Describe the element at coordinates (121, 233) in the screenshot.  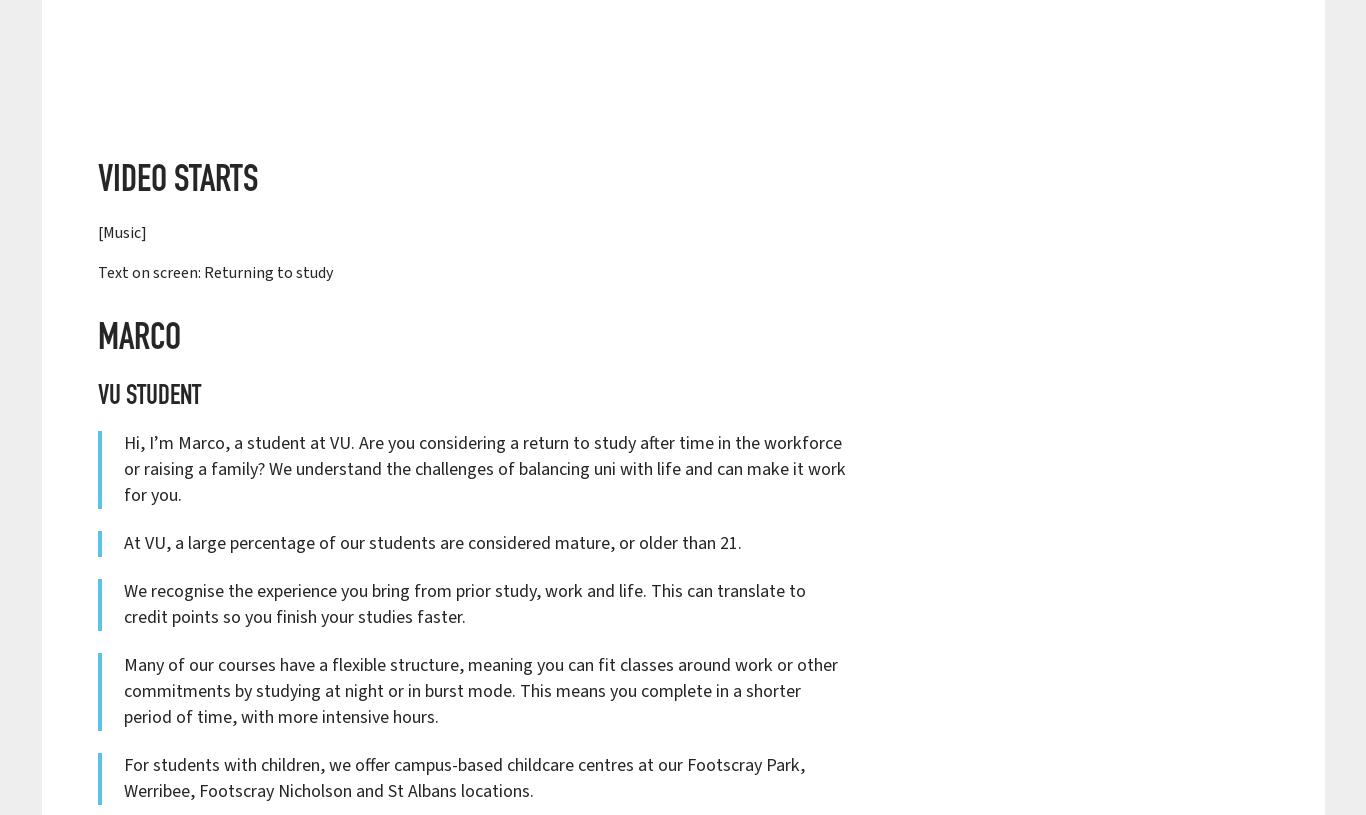
I see `'[Music]'` at that location.